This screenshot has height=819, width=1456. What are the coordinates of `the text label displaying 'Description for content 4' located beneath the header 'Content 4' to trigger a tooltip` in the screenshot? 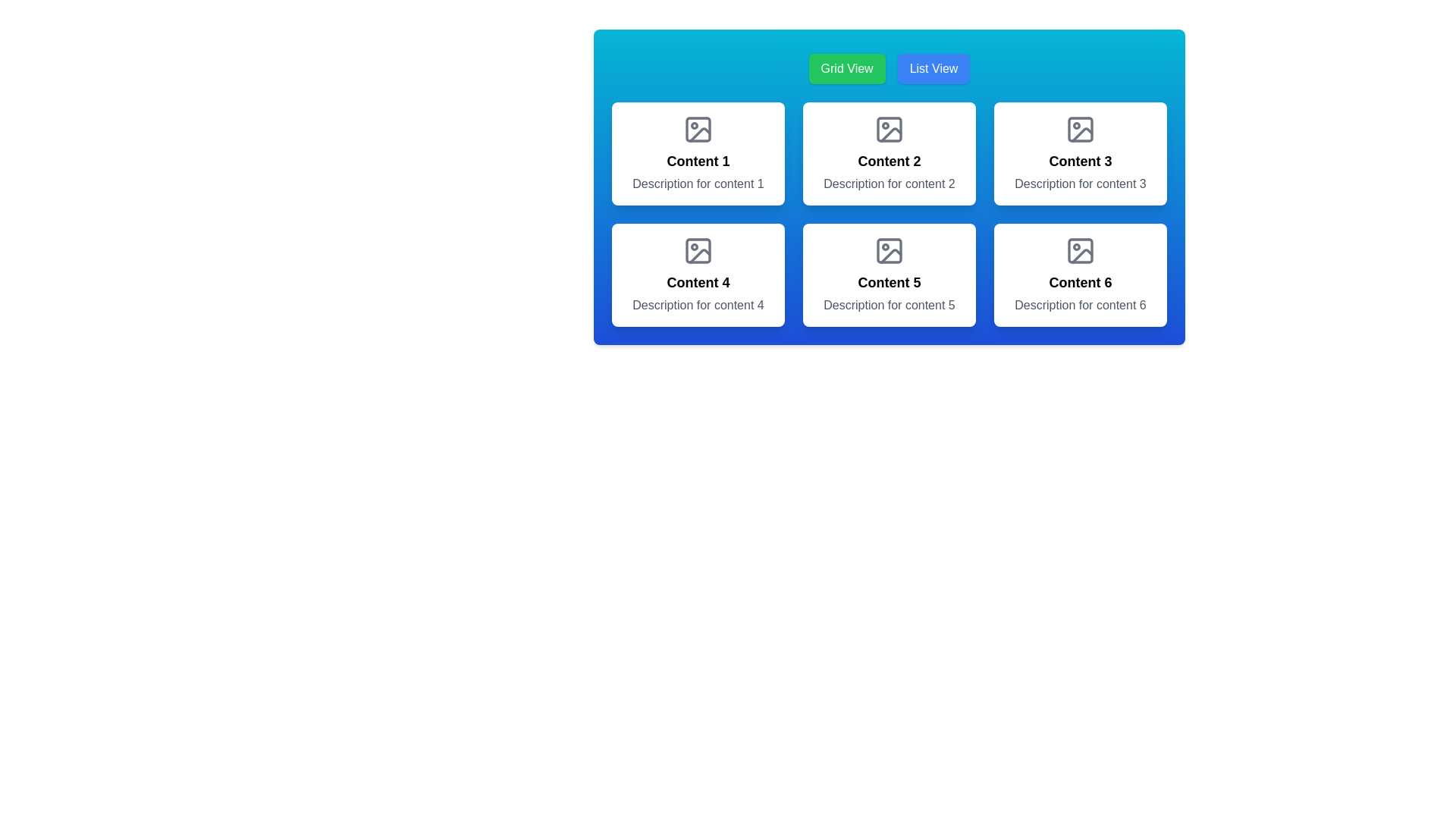 It's located at (698, 305).